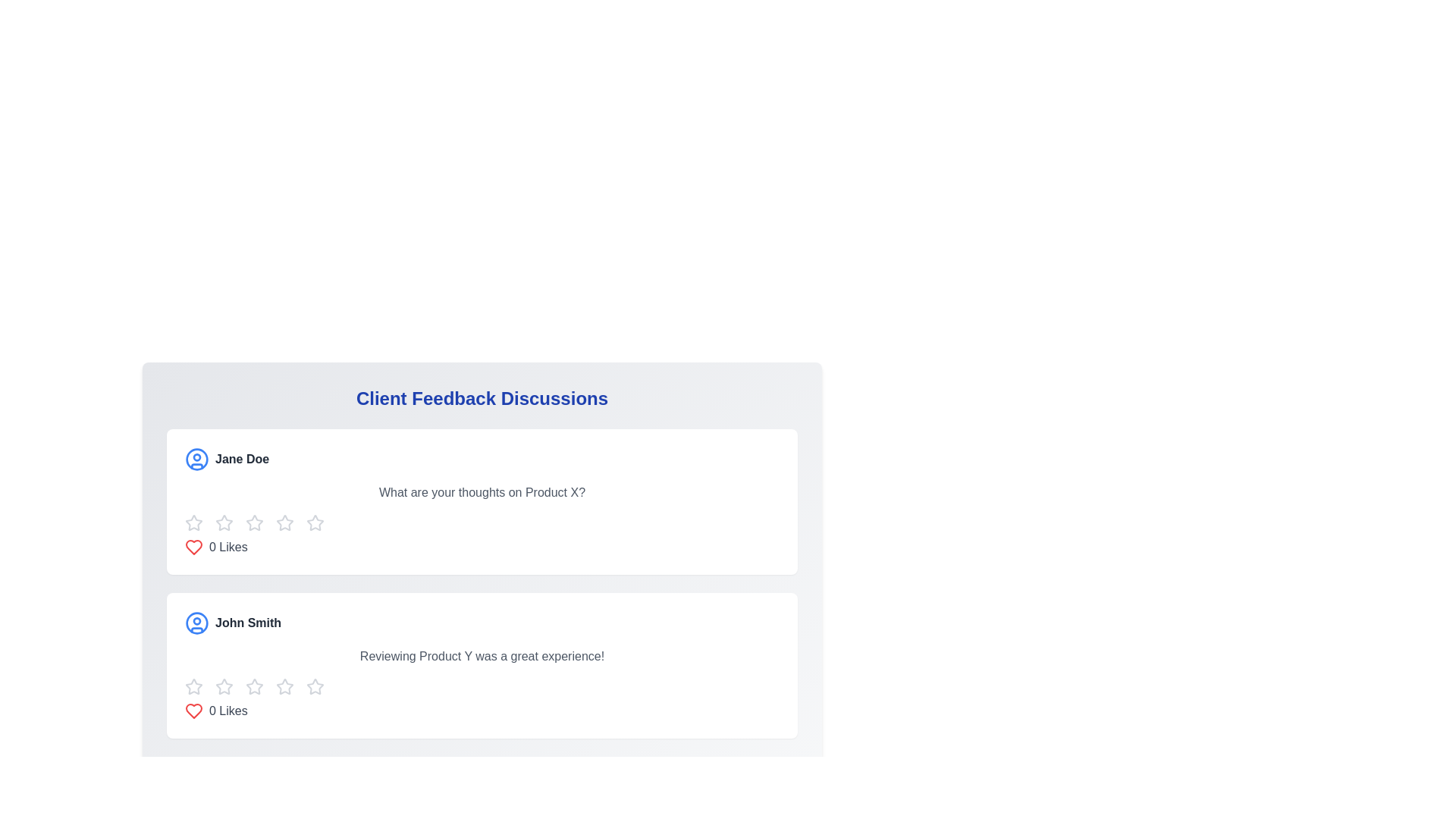 The height and width of the screenshot is (819, 1456). I want to click on the Rating star icon, which represents the lowest rating in a set of five stars, for user customization scenarios, so click(193, 522).